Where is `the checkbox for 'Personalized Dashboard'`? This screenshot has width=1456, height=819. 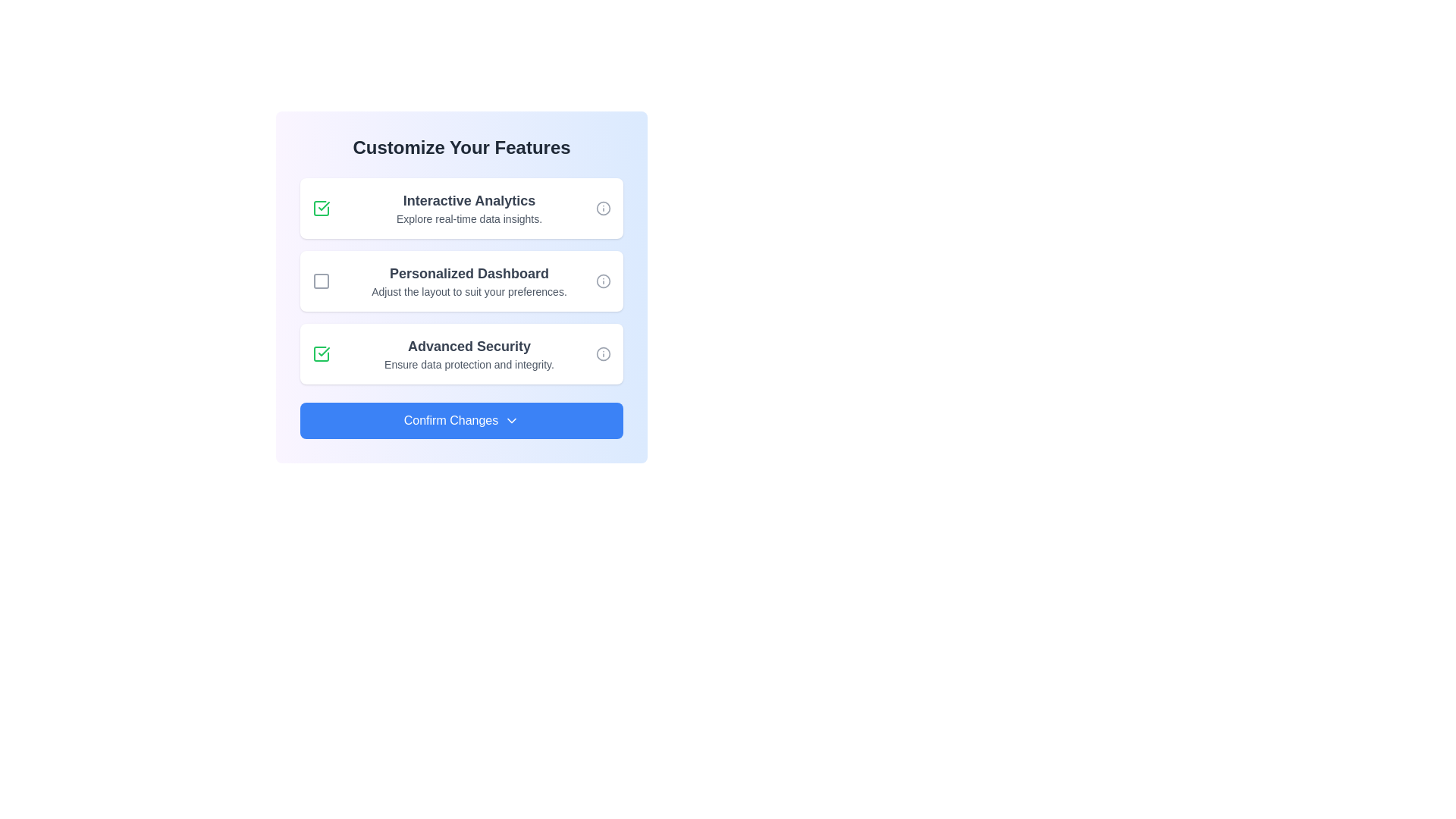 the checkbox for 'Personalized Dashboard' is located at coordinates (320, 281).